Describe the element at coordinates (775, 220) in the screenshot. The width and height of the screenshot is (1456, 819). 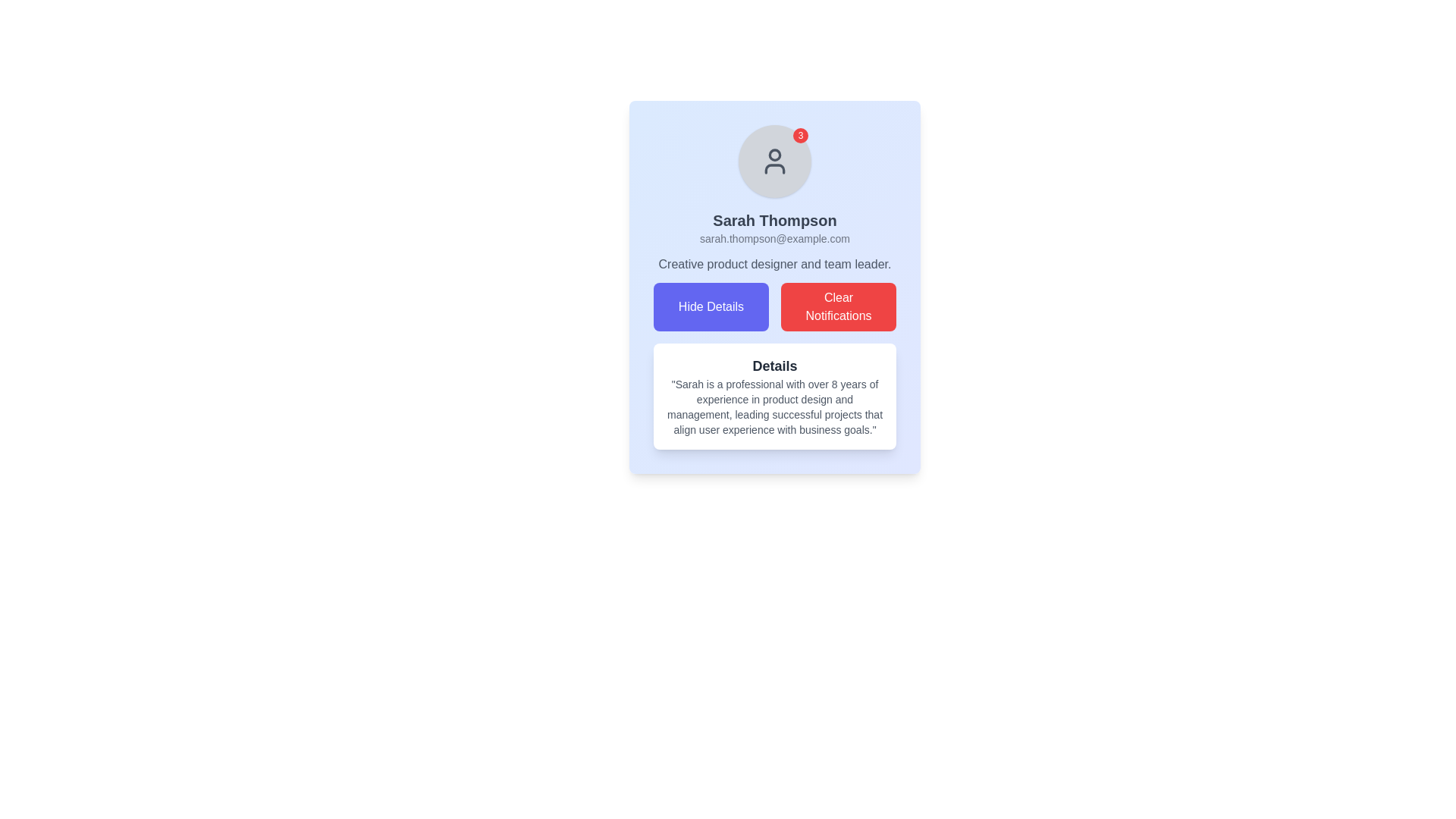
I see `name displayed in the profile text label, which is positioned centrally under the avatar icon and above the email address` at that location.